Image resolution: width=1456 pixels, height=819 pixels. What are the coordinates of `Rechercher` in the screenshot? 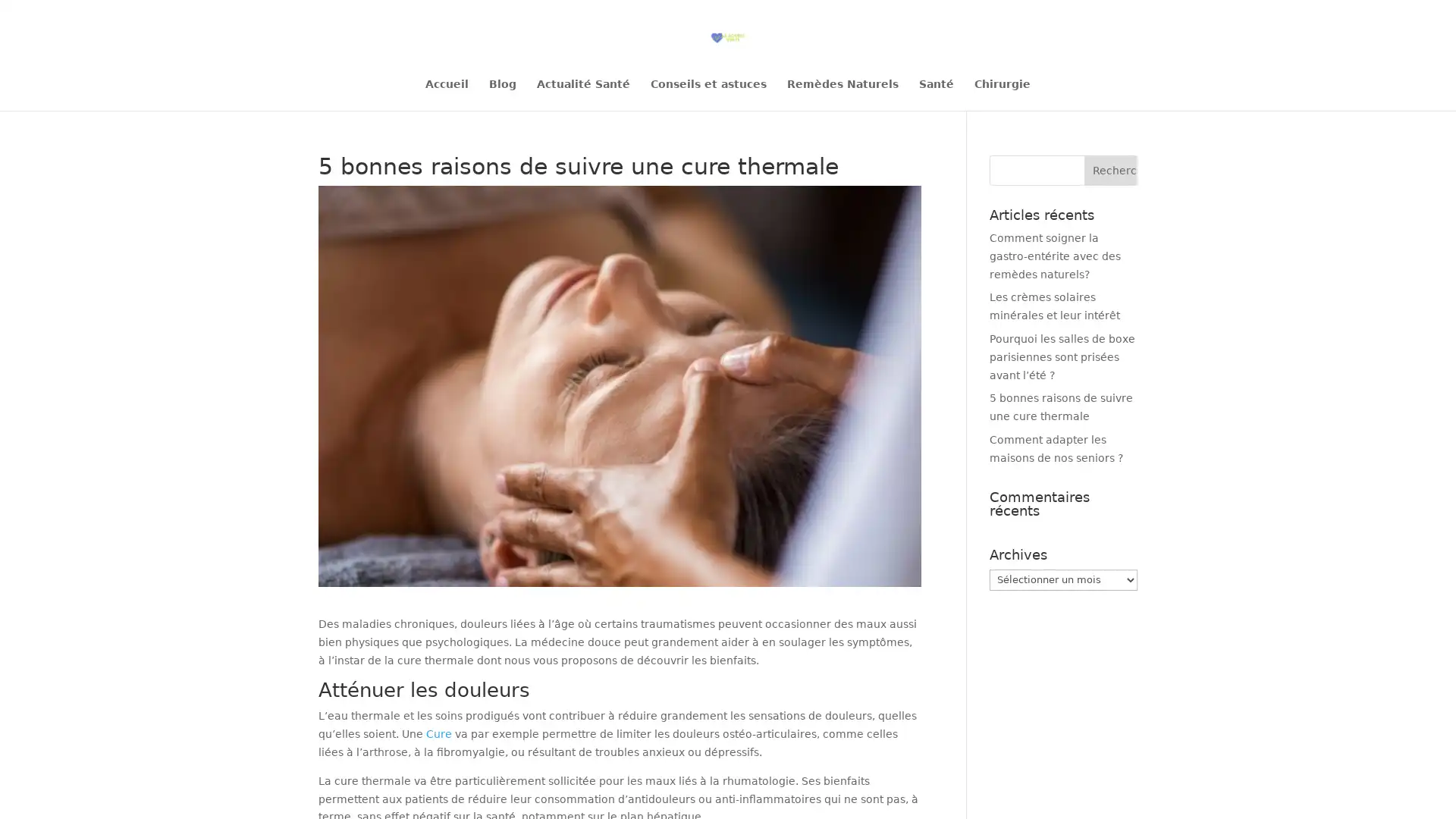 It's located at (1110, 169).